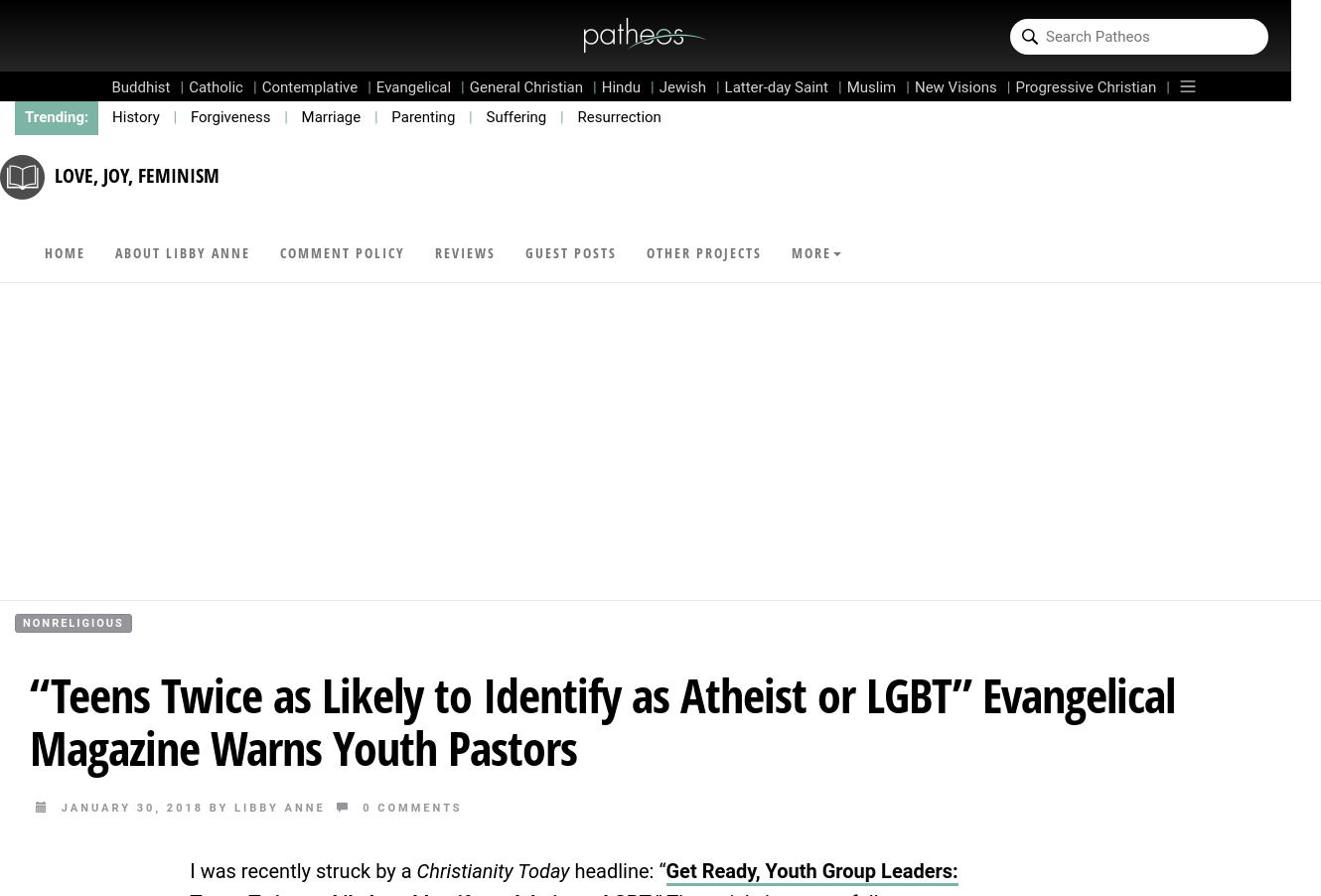 The height and width of the screenshot is (896, 1321). I want to click on 'Love, Joy, Feminism', so click(137, 173).